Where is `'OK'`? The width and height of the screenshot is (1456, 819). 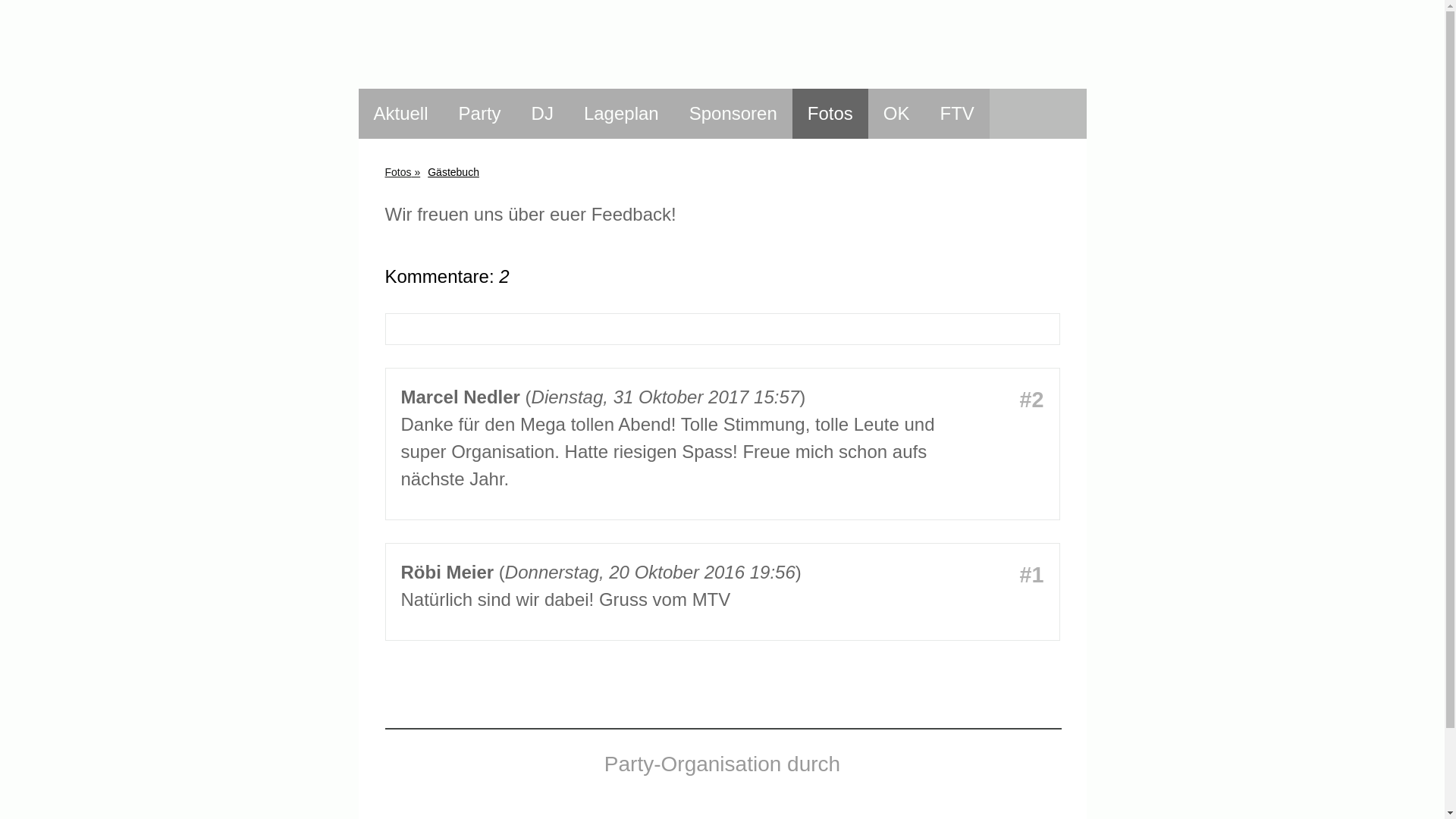 'OK' is located at coordinates (896, 113).